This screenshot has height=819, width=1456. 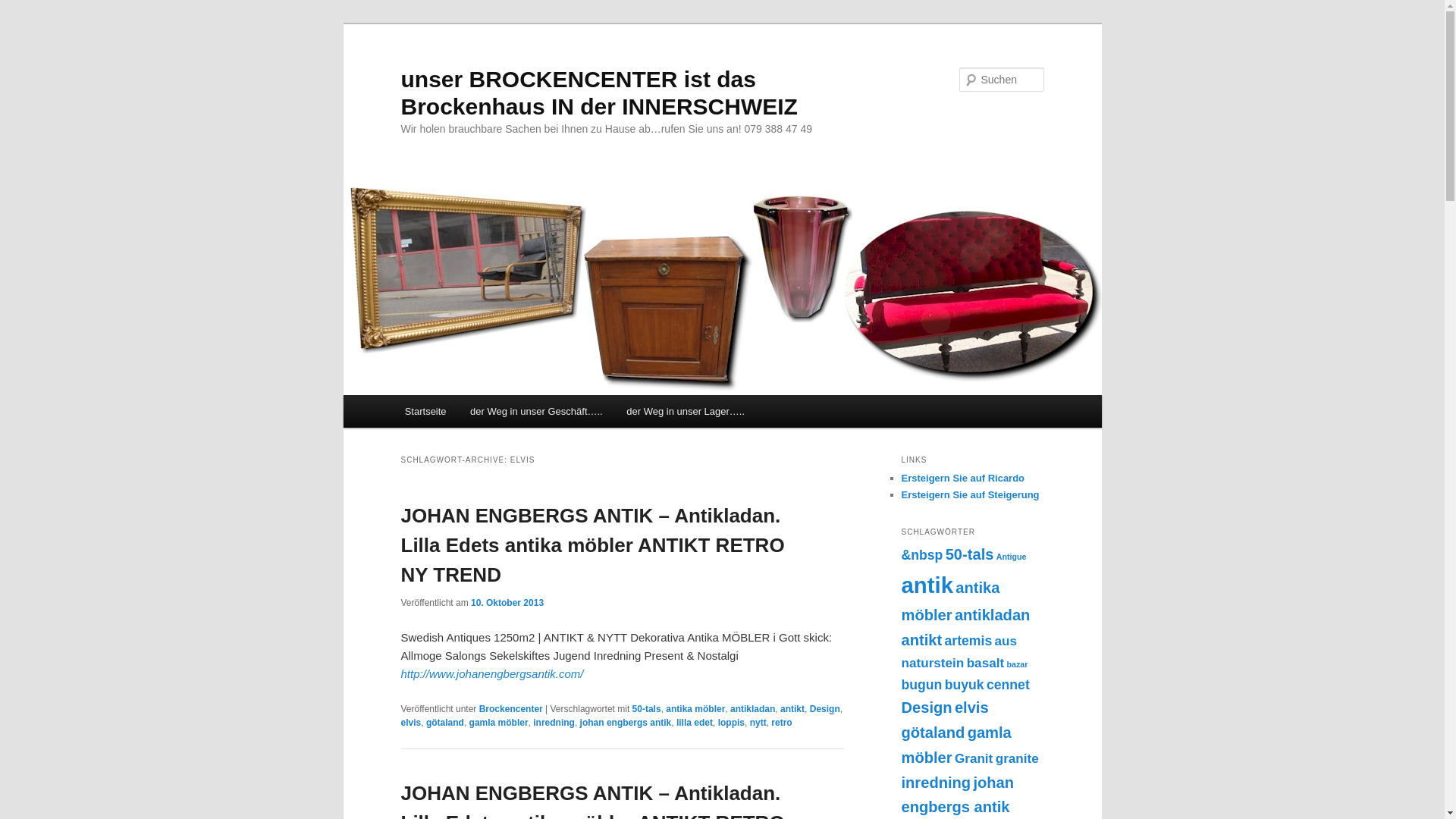 I want to click on 'Design', so click(x=824, y=708).